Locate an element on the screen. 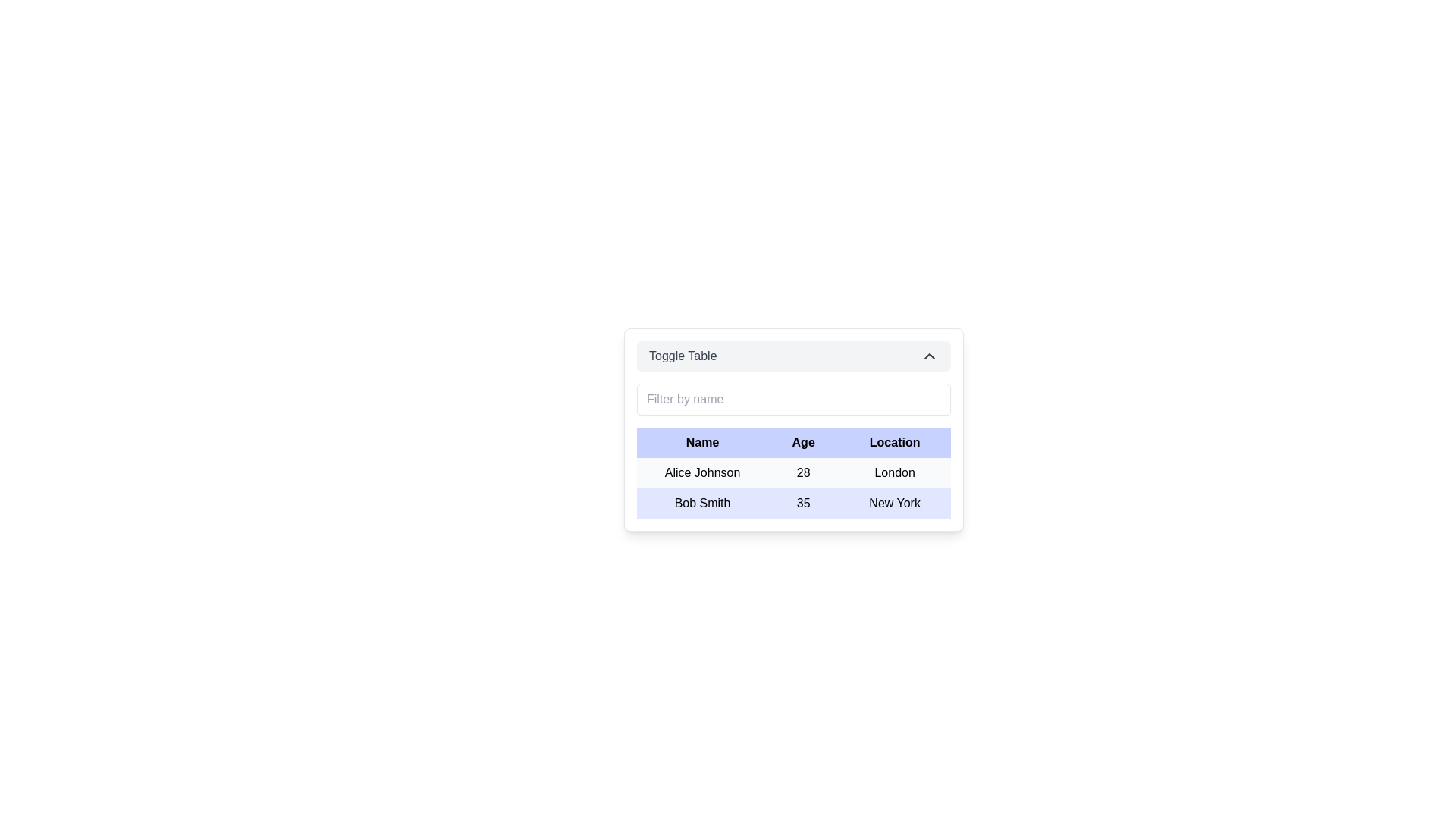 The width and height of the screenshot is (1456, 819). the individual cells of the data table located below the filter input field, which displays 'Name', 'Age', and 'Location' columns is located at coordinates (792, 472).